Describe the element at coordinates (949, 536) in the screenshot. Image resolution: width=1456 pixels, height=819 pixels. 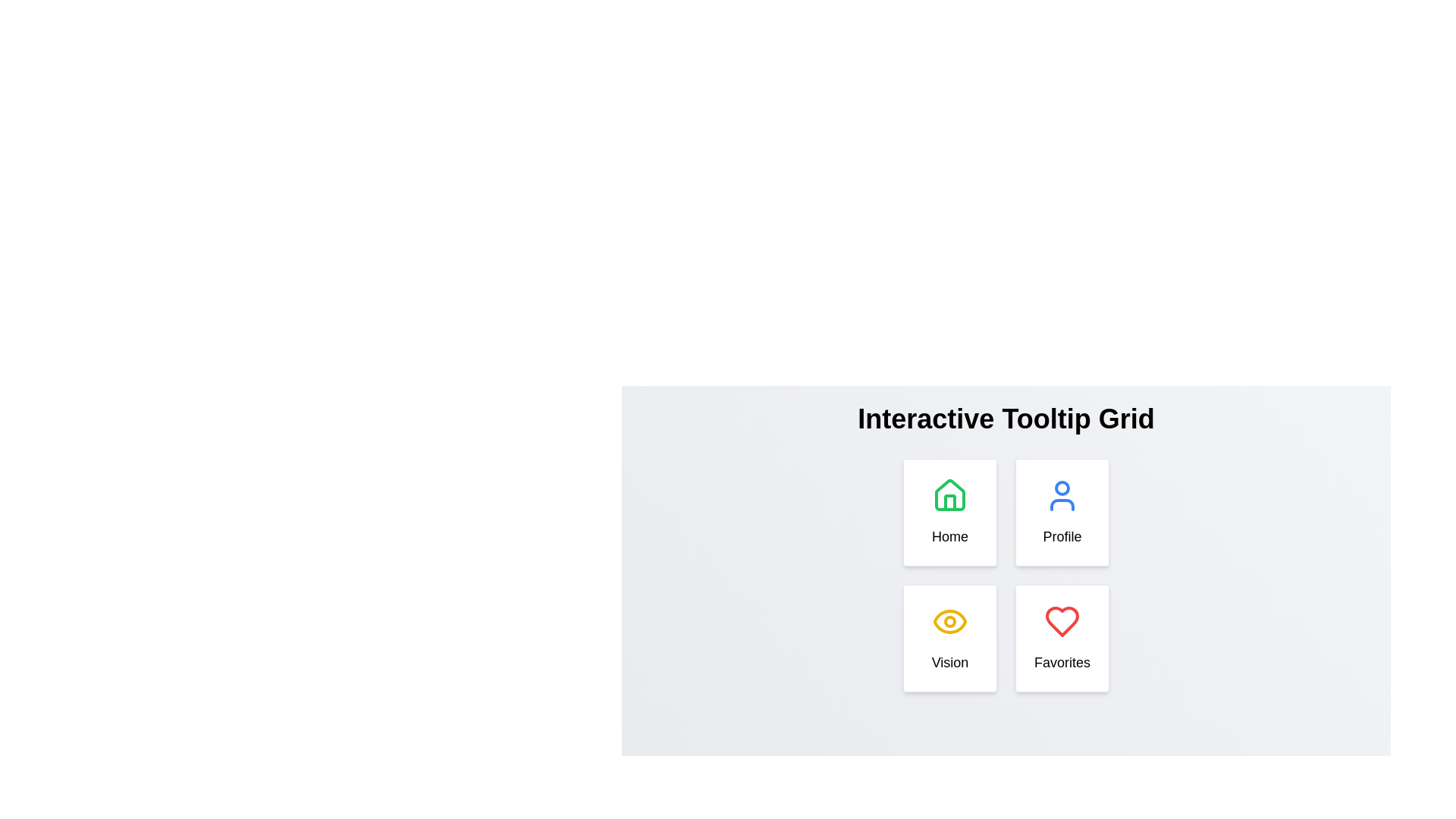
I see `the 'Home' text label located at the bottom of the card layout, which serves as a representation of the card's purpose` at that location.